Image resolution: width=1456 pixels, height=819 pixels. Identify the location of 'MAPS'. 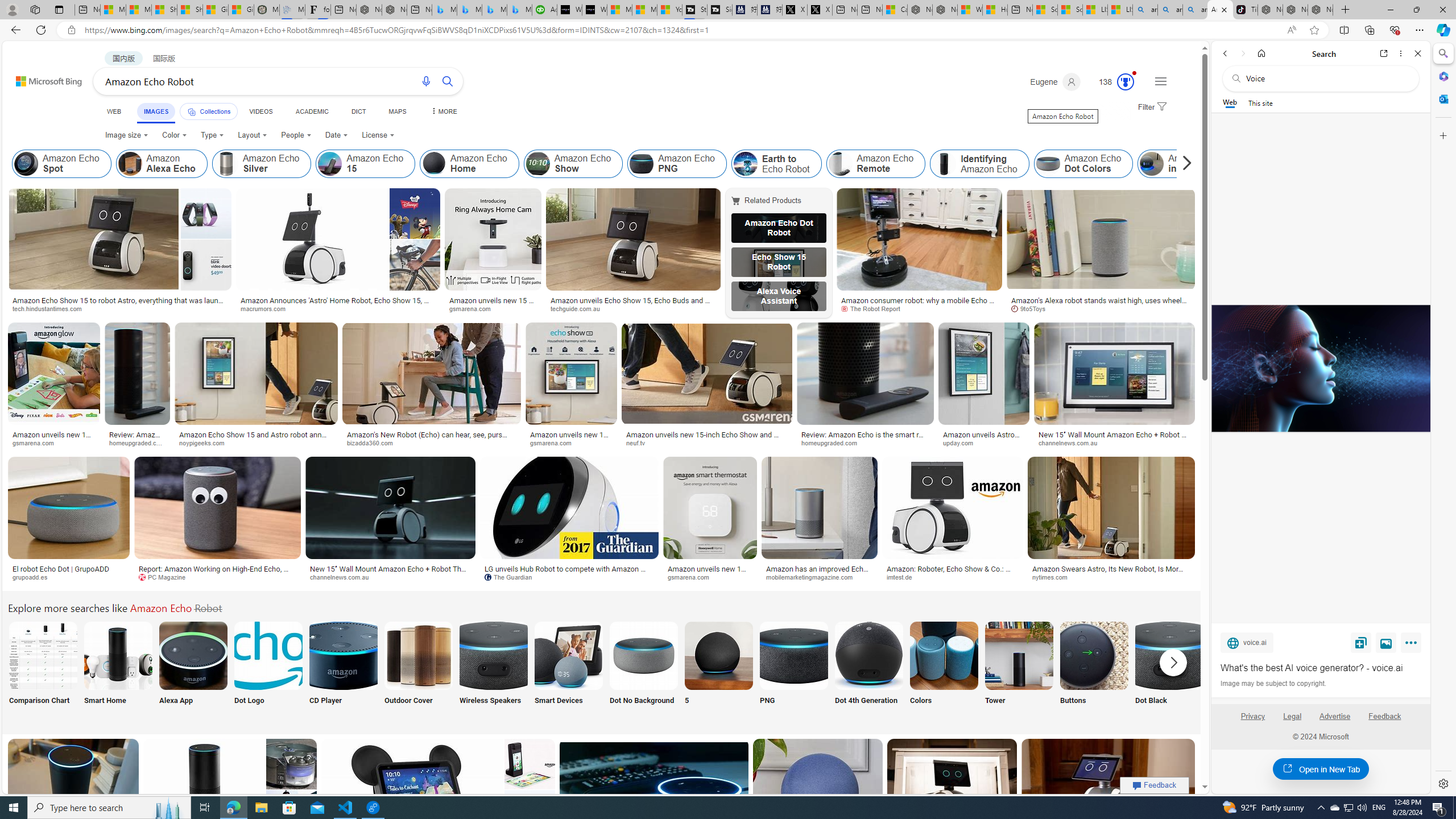
(396, 111).